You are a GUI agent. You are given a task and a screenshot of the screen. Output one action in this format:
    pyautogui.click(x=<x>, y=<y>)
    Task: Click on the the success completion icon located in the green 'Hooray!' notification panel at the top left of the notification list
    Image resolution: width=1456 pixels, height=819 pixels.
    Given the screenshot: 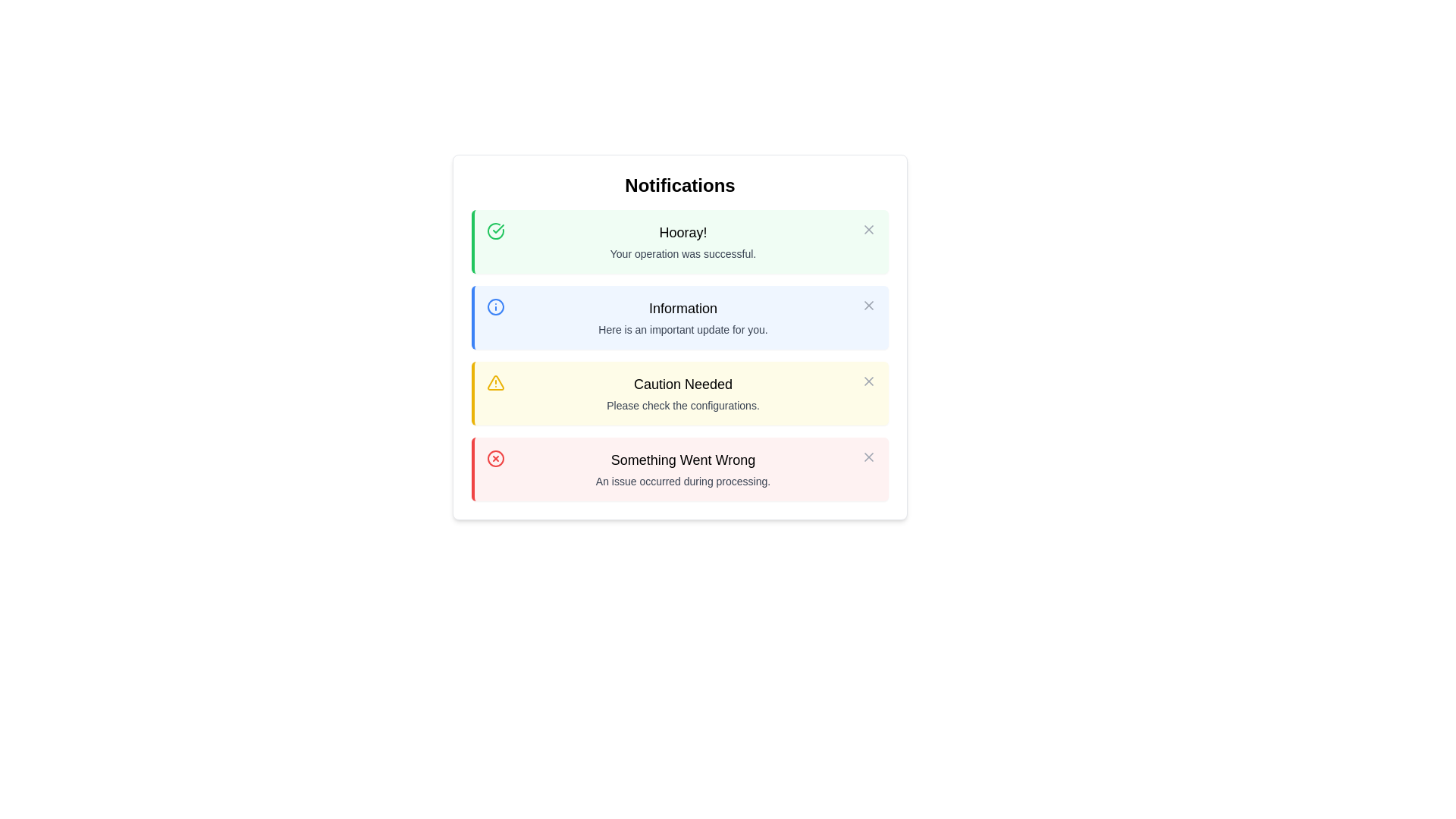 What is the action you would take?
    pyautogui.click(x=498, y=228)
    